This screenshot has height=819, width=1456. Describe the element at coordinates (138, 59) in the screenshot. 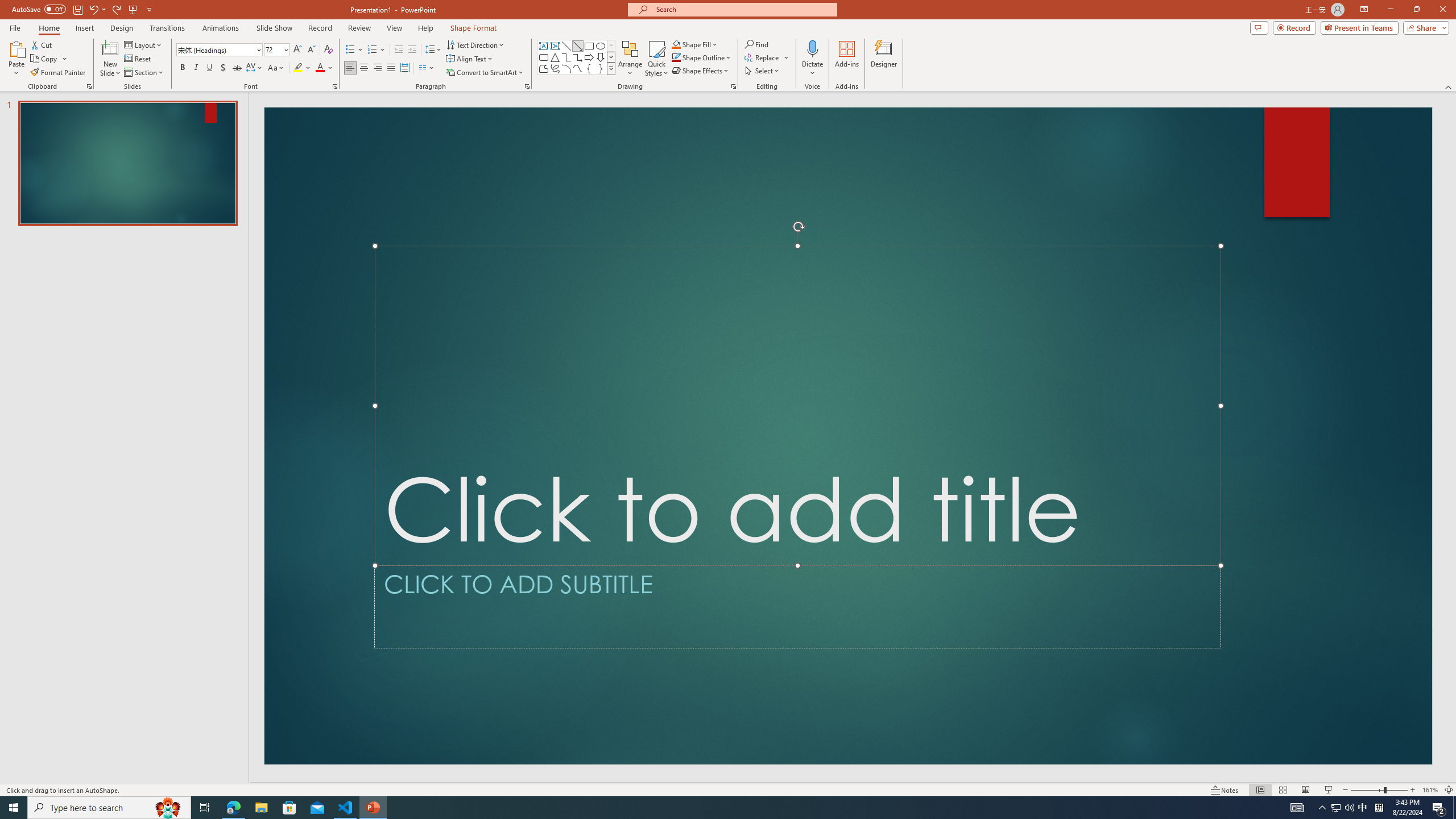

I see `'Reset'` at that location.